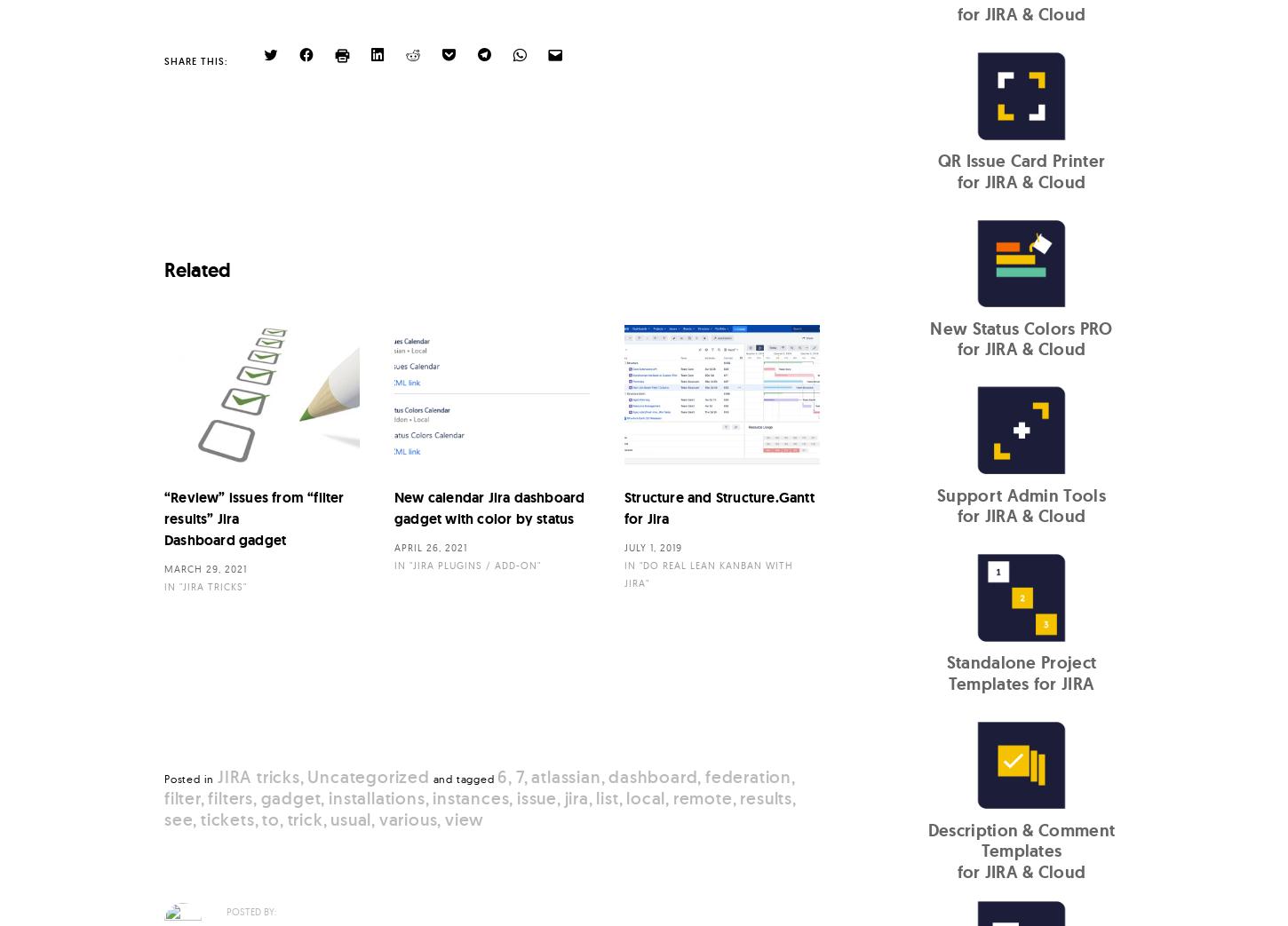 This screenshot has width=1288, height=926. What do you see at coordinates (765, 796) in the screenshot?
I see `'results'` at bounding box center [765, 796].